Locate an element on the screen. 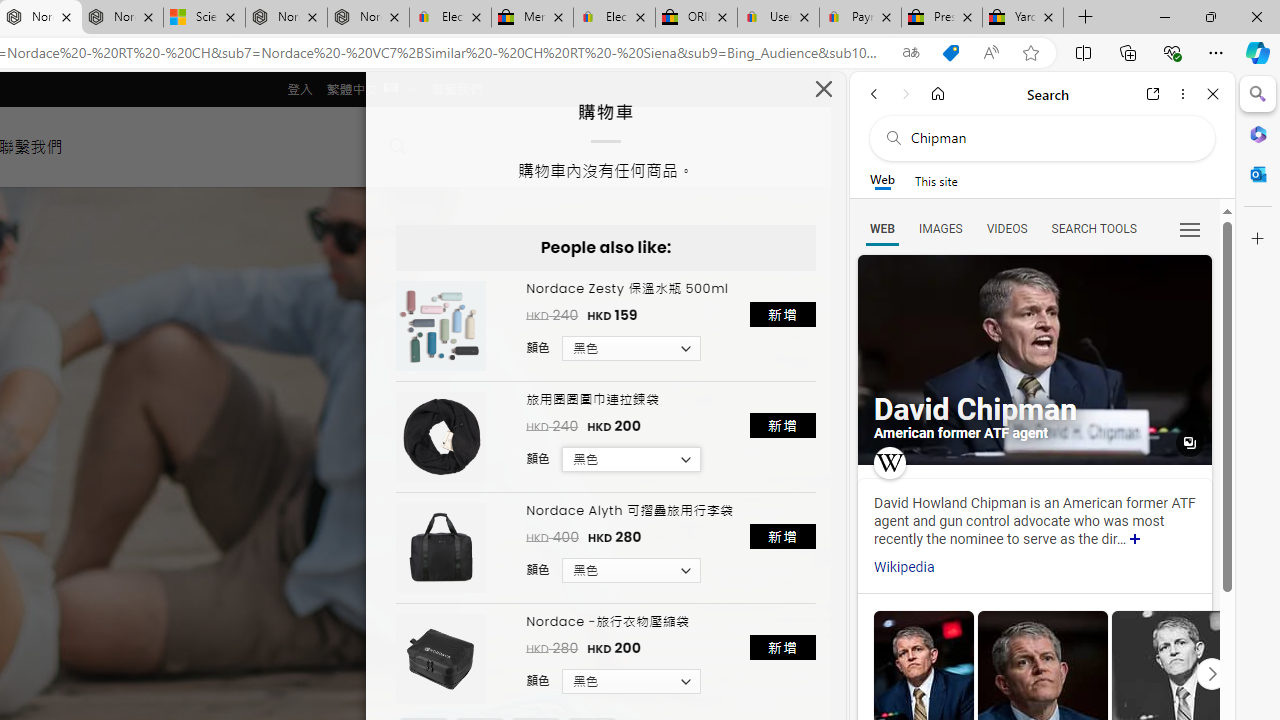 The height and width of the screenshot is (720, 1280). 'Payments Terms of Use | eBay.com' is located at coordinates (860, 17).